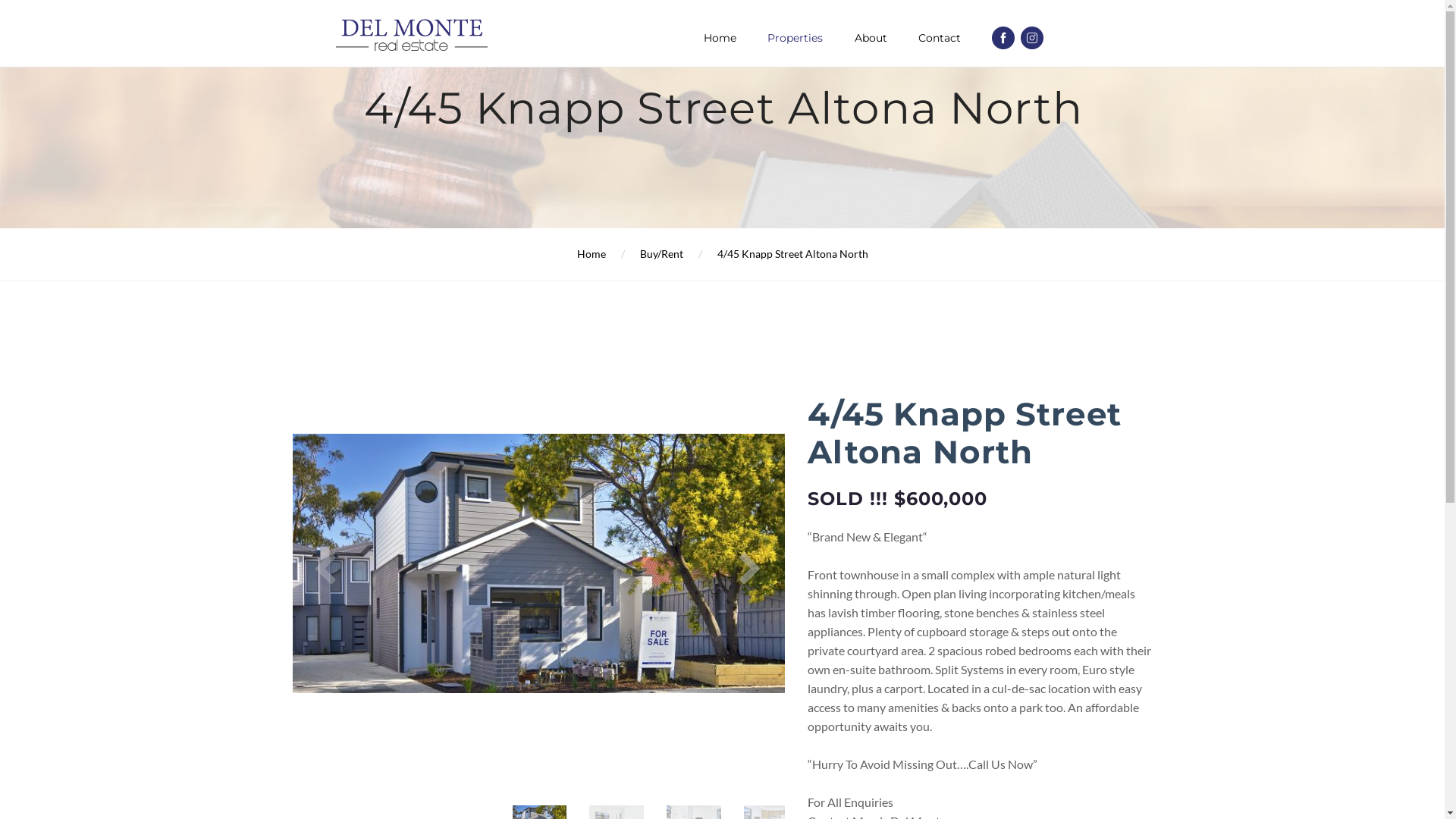 The width and height of the screenshot is (1456, 819). Describe the element at coordinates (589, 253) in the screenshot. I see `'Home'` at that location.